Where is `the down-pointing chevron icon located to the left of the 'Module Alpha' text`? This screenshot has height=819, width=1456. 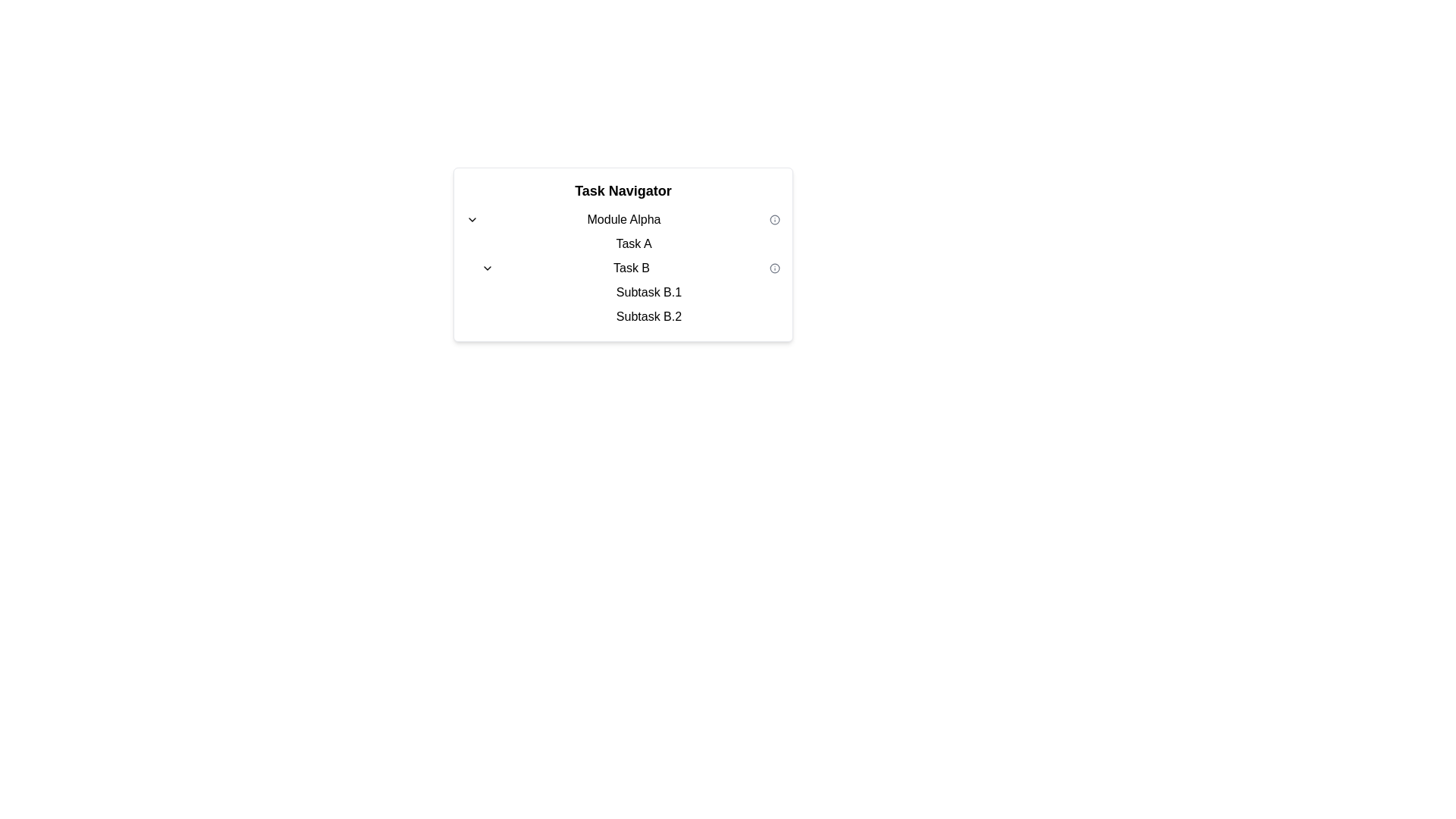
the down-pointing chevron icon located to the left of the 'Module Alpha' text is located at coordinates (472, 219).